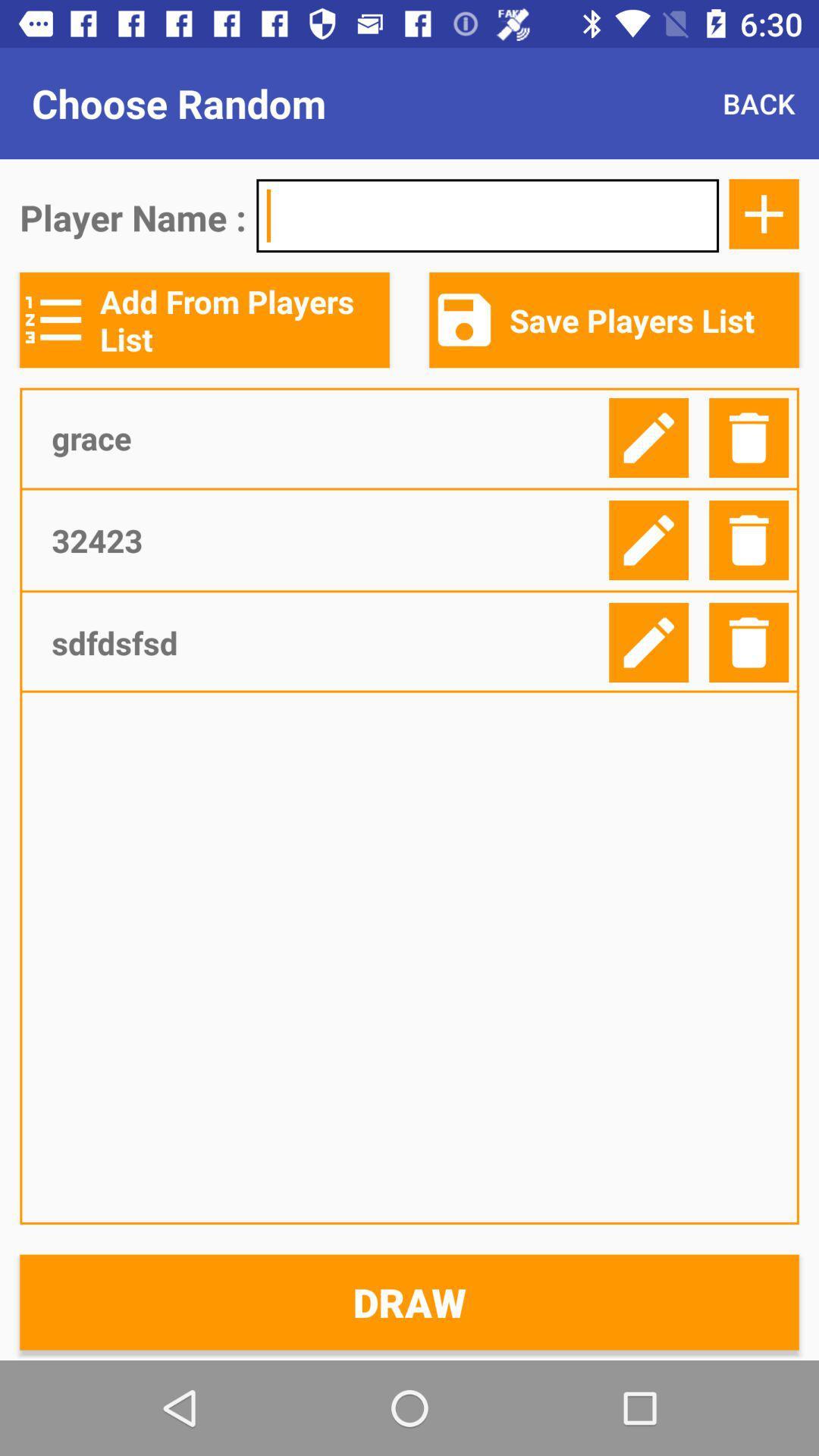 This screenshot has width=819, height=1456. What do you see at coordinates (488, 215) in the screenshot?
I see `the icon above add from players icon` at bounding box center [488, 215].